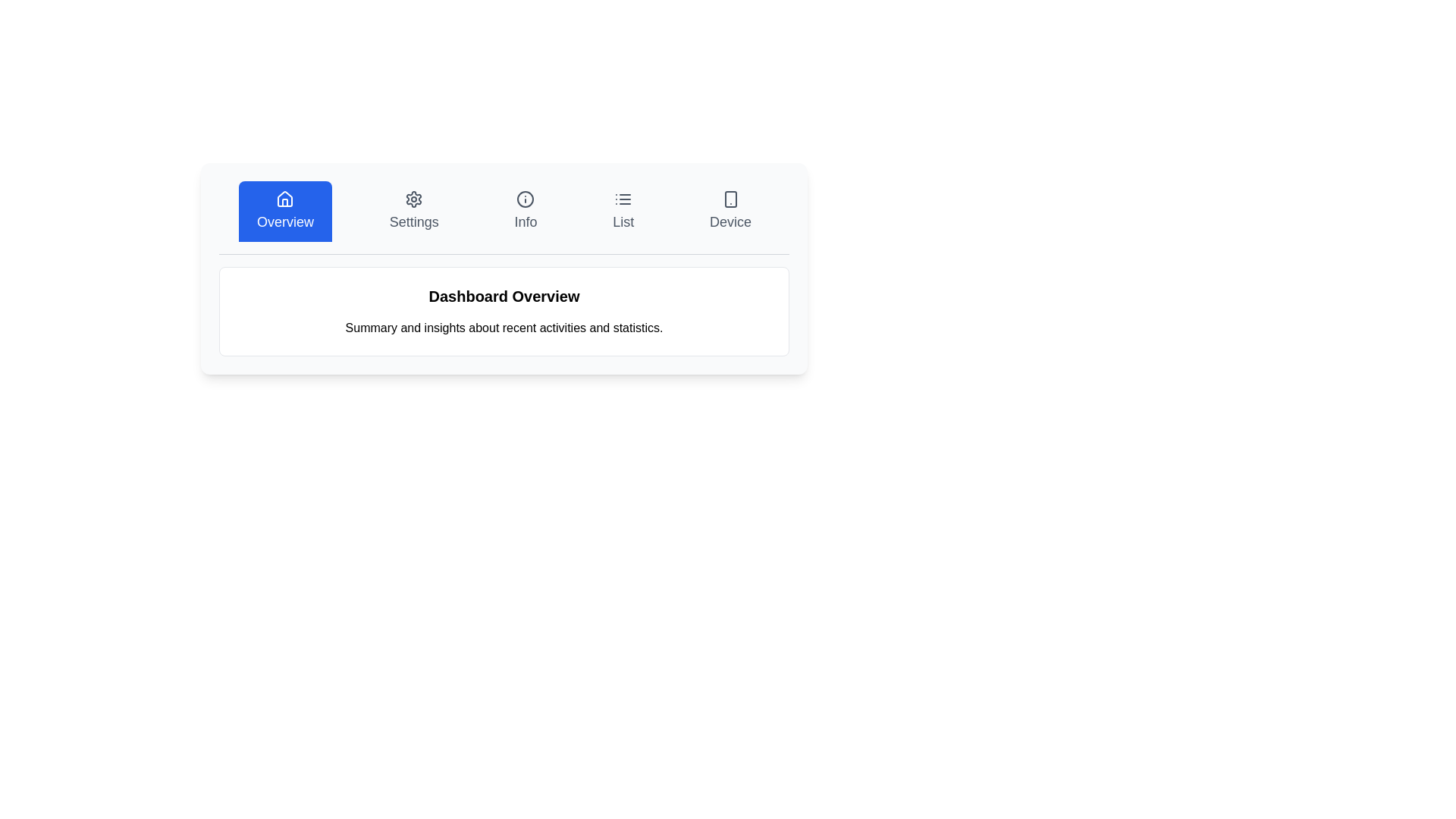 Image resolution: width=1456 pixels, height=819 pixels. Describe the element at coordinates (526, 198) in the screenshot. I see `the SVG Circle Element representing the Info tab, which is centrally positioned within the Info section of the navigation bar` at that location.